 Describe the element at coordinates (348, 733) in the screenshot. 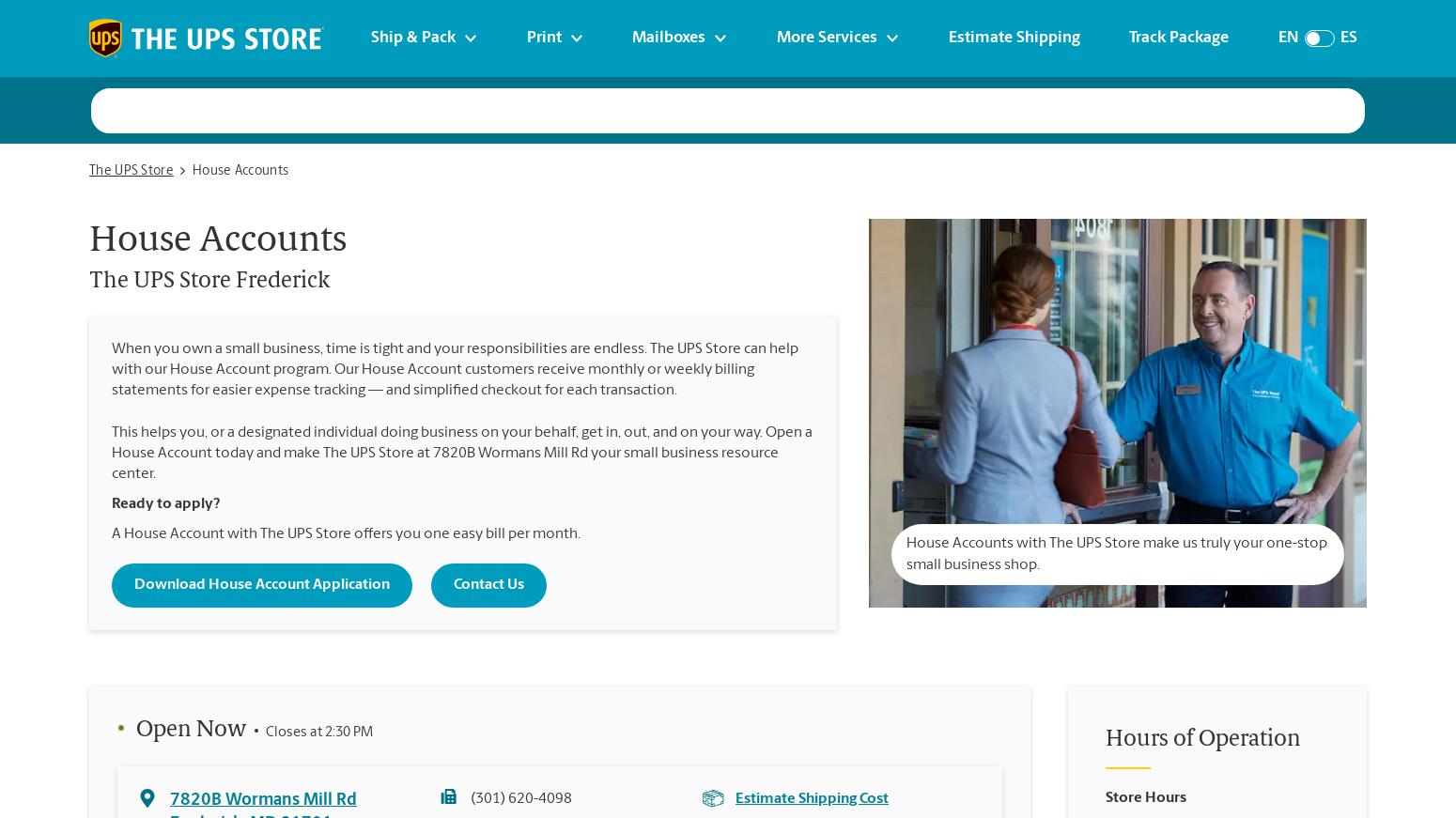

I see `'2:30 PM'` at that location.